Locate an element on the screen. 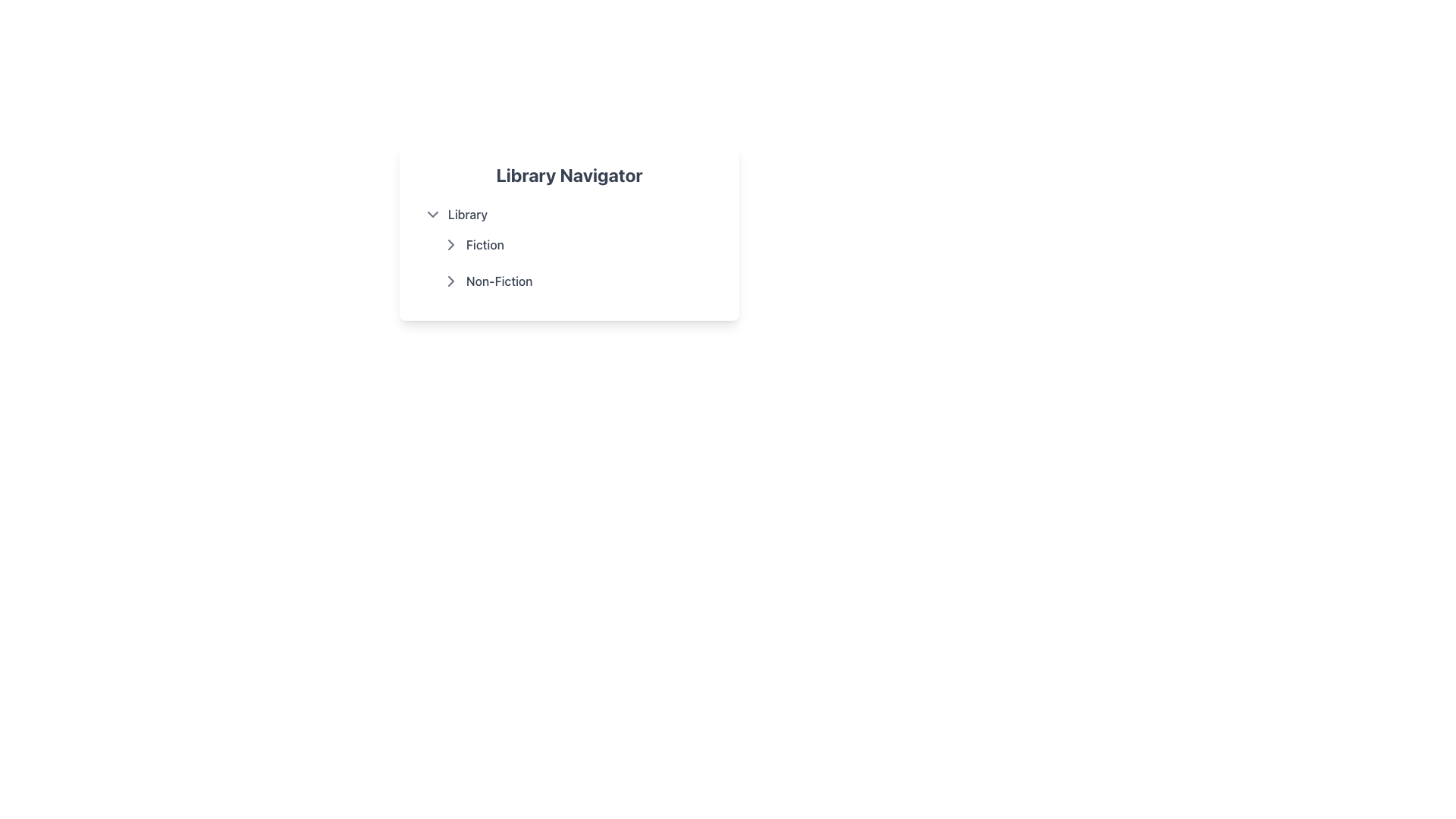 Image resolution: width=1456 pixels, height=819 pixels. the right-pointing chevron arrow button, located to the left of the text 'Fiction' in the library navigation list is located at coordinates (450, 244).